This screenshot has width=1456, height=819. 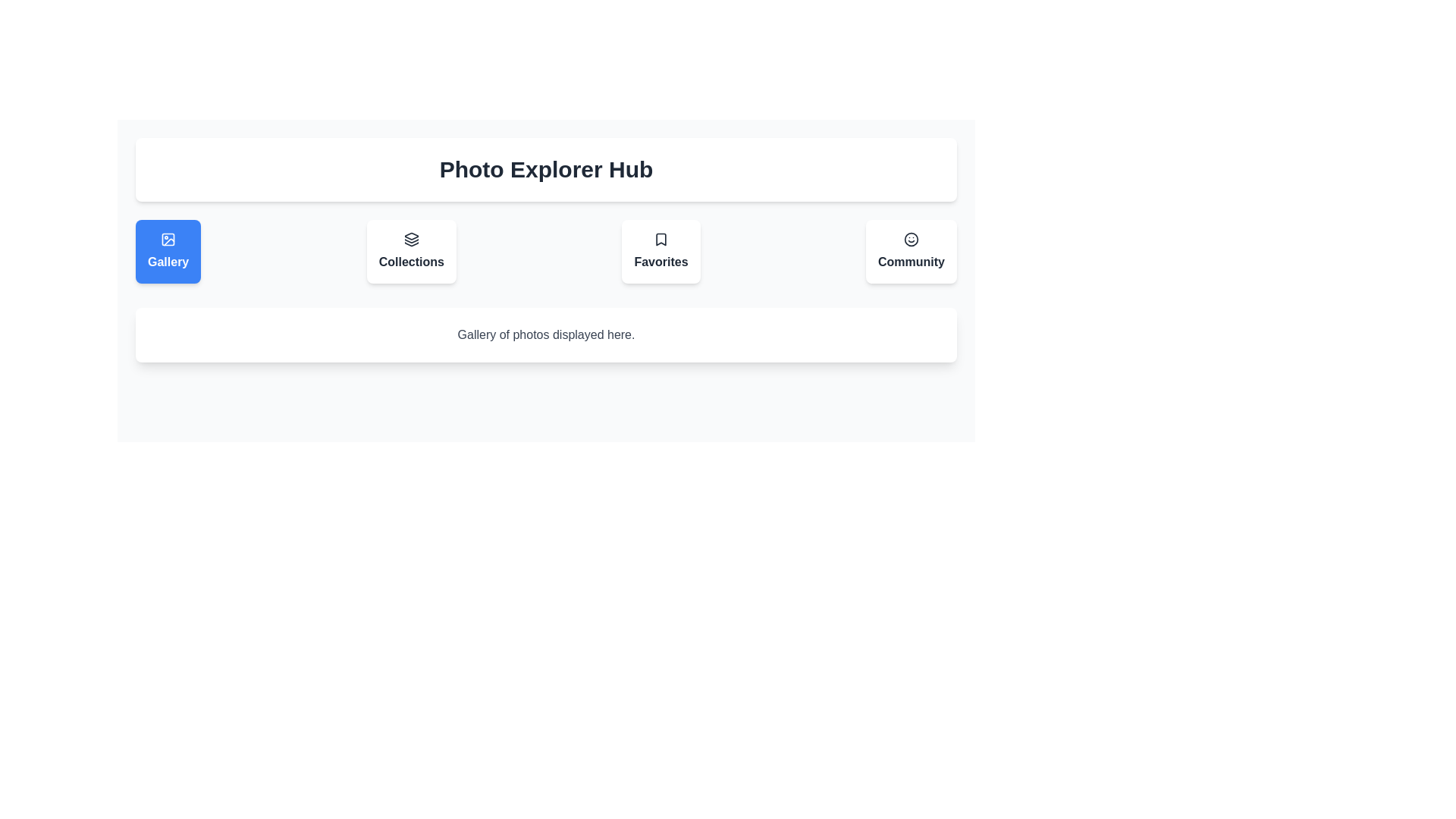 What do you see at coordinates (168, 262) in the screenshot?
I see `text label that identifies the purpose of the 'Gallery' button, which is located below the button's icon` at bounding box center [168, 262].